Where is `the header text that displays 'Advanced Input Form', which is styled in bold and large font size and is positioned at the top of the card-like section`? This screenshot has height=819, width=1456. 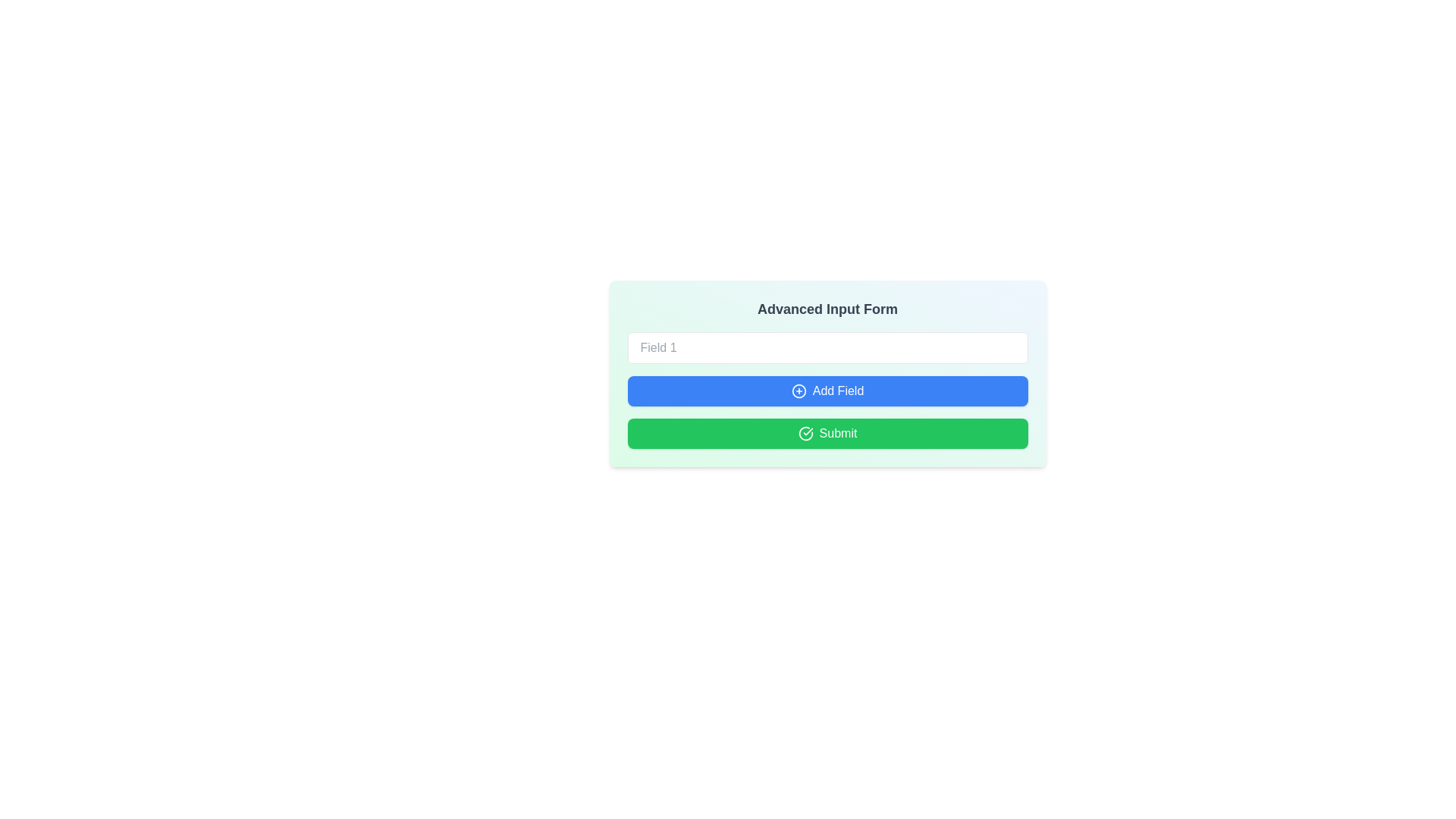 the header text that displays 'Advanced Input Form', which is styled in bold and large font size and is positioned at the top of the card-like section is located at coordinates (827, 309).